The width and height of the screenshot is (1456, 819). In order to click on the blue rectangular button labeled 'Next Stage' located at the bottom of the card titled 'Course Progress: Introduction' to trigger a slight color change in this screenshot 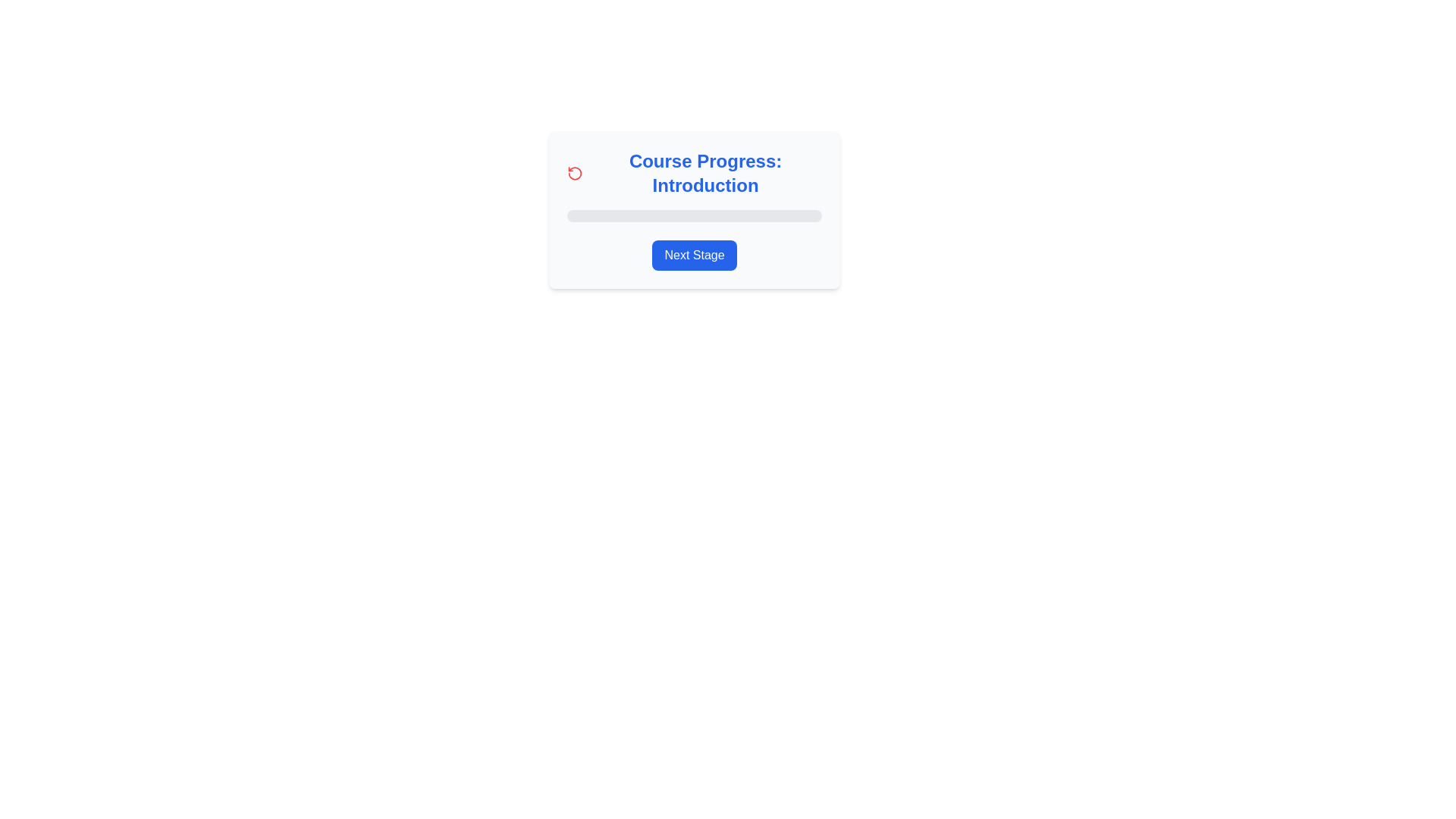, I will do `click(694, 254)`.